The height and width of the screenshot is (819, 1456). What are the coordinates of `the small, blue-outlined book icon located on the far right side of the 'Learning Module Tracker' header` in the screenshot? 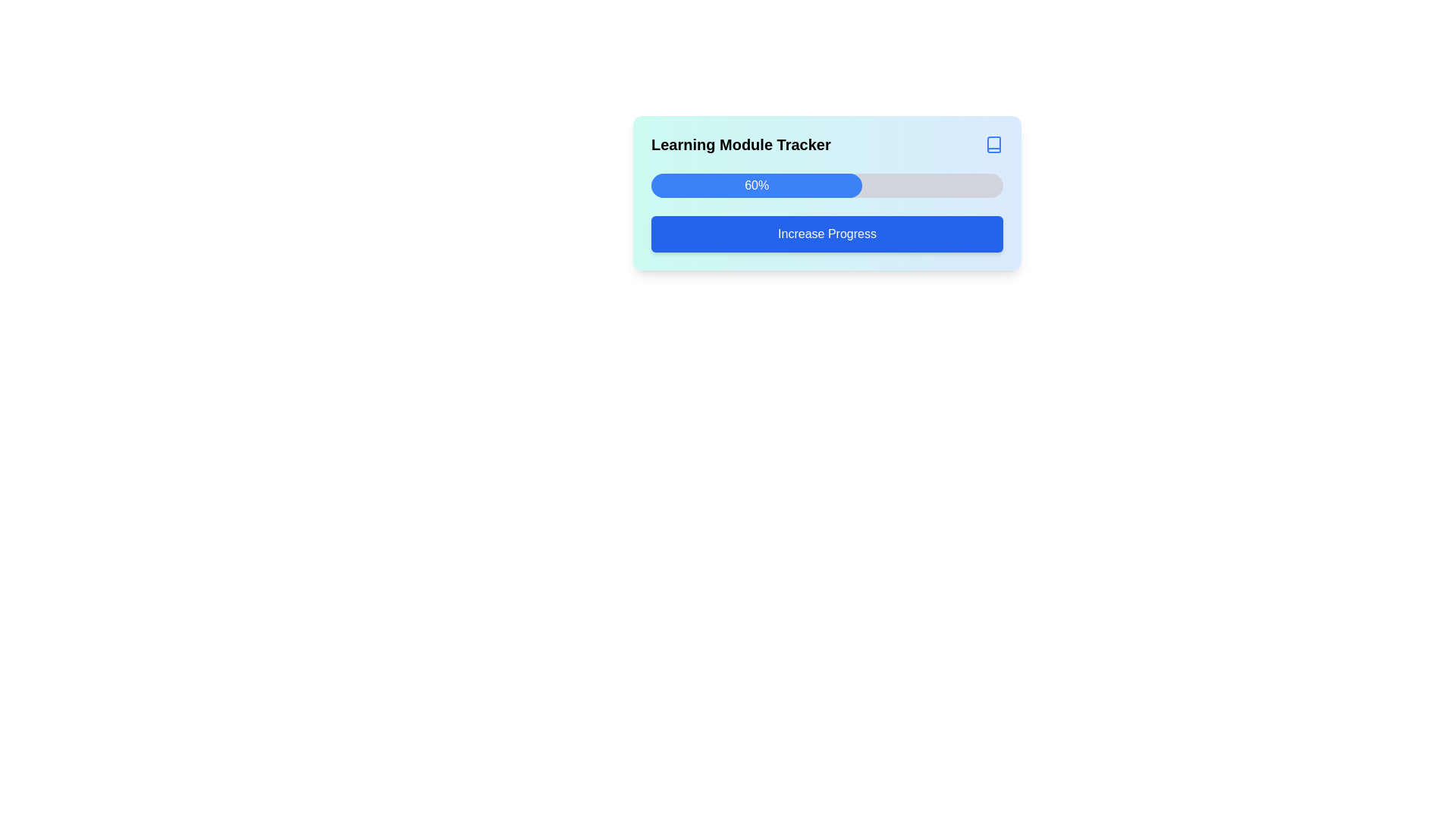 It's located at (993, 145).